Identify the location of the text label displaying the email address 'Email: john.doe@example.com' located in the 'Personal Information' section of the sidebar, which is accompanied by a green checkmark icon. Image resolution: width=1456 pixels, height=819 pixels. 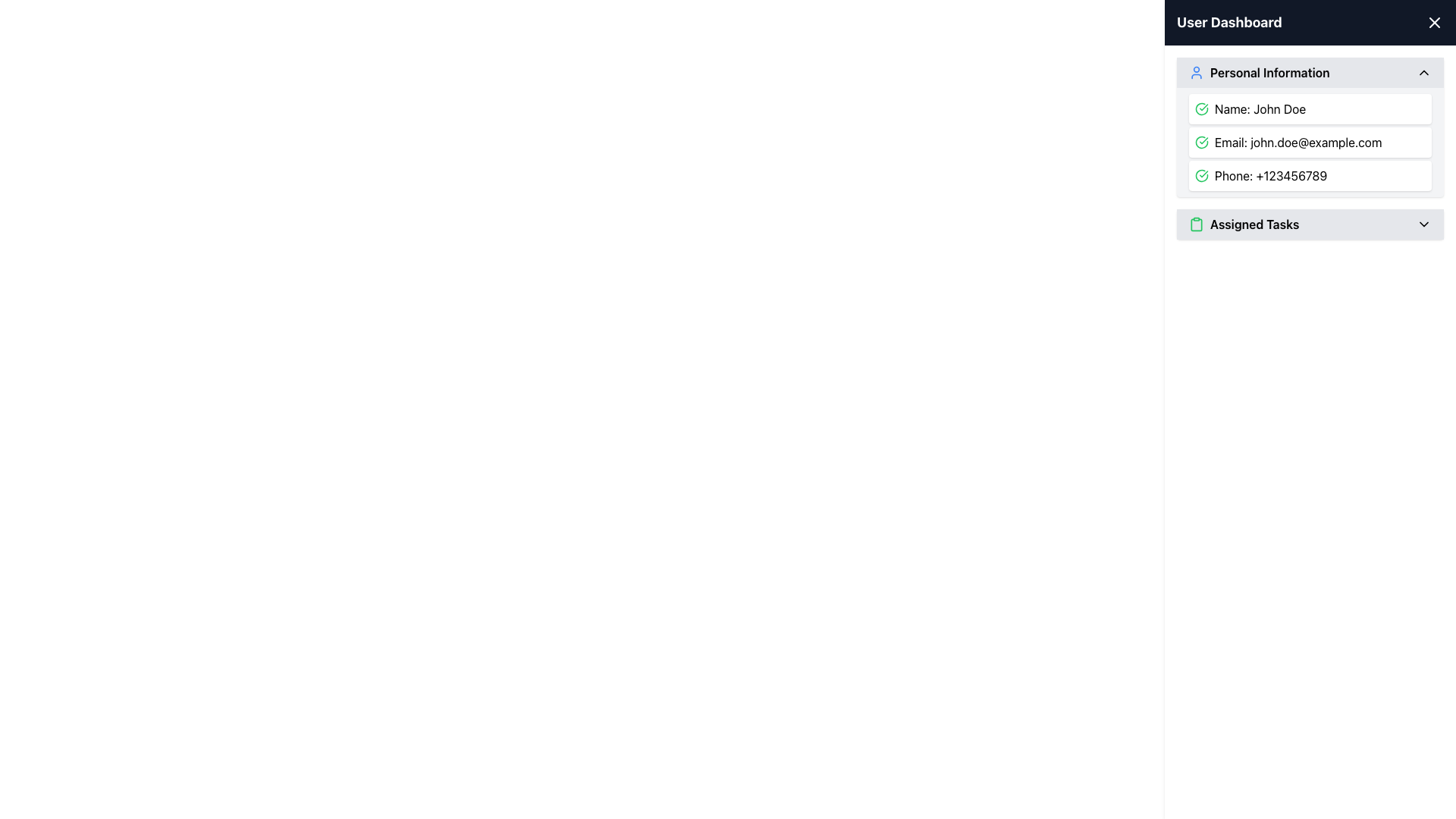
(1298, 143).